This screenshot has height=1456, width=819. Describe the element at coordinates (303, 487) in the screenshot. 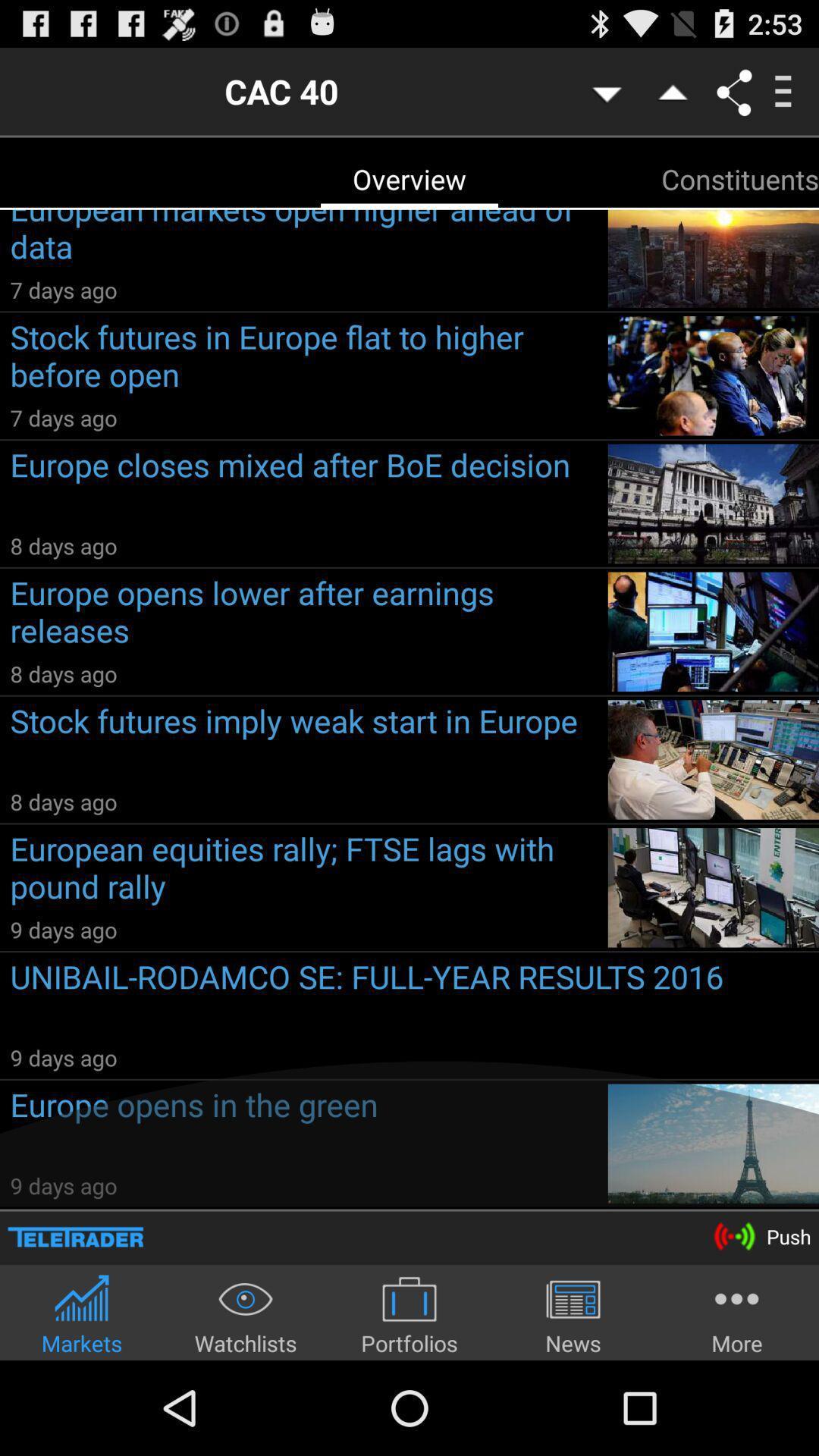

I see `europe closes mixed icon` at that location.